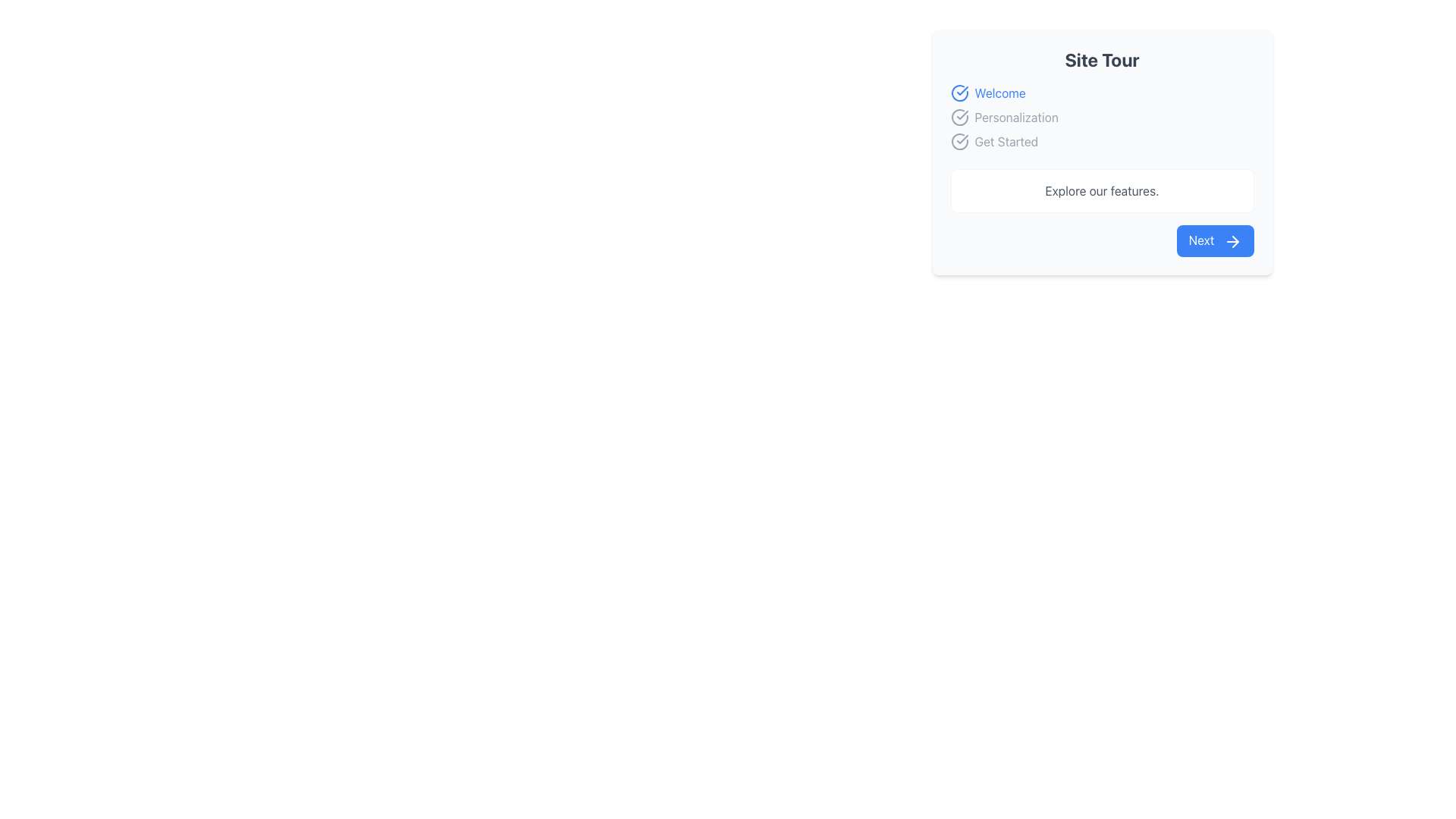 The height and width of the screenshot is (819, 1456). What do you see at coordinates (959, 116) in the screenshot?
I see `the small circular icon with a checkmark that is positioned to the left of the 'Personalization' text in the checklist` at bounding box center [959, 116].